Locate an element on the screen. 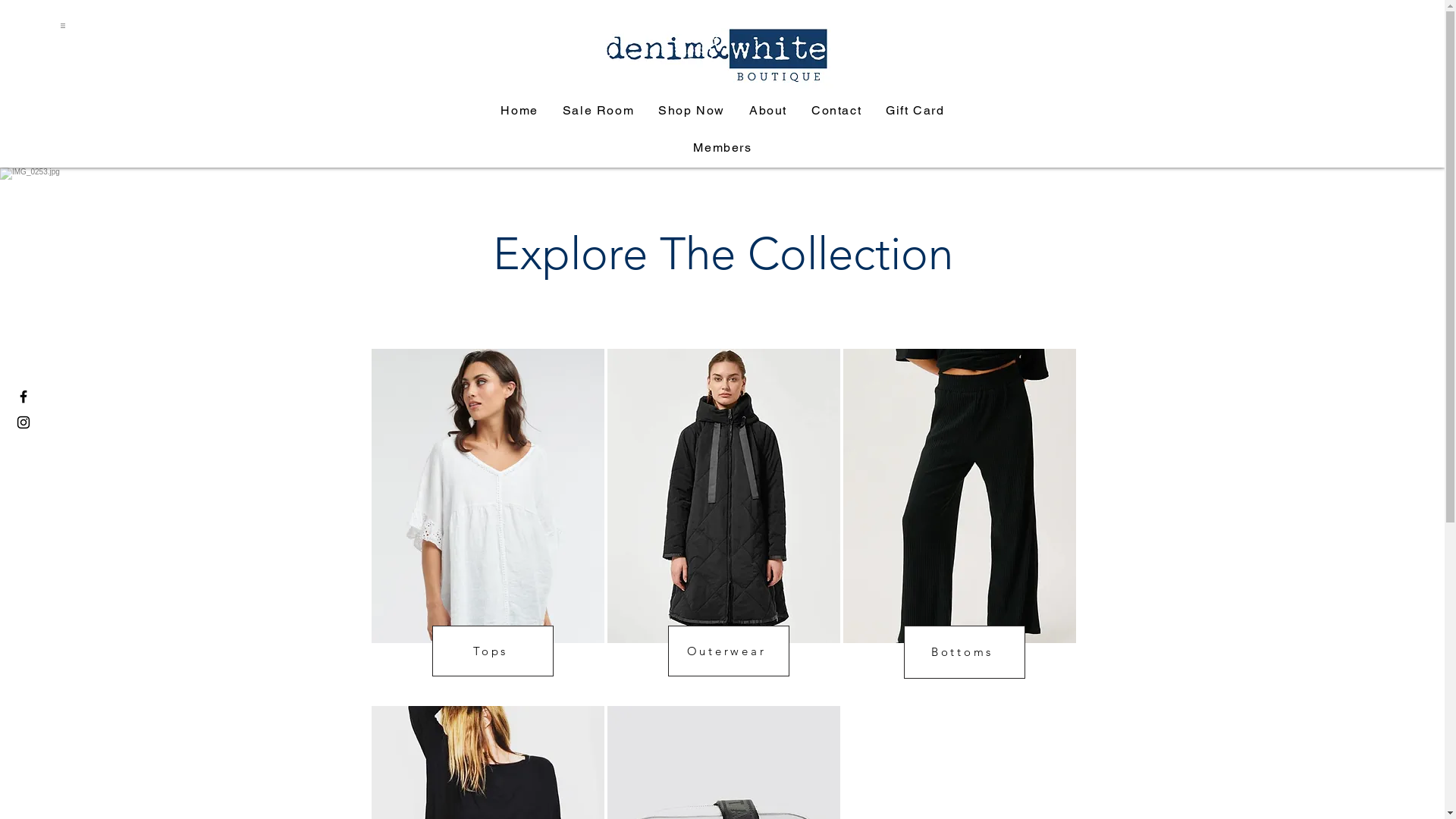 The height and width of the screenshot is (819, 1456). 'About' is located at coordinates (767, 110).